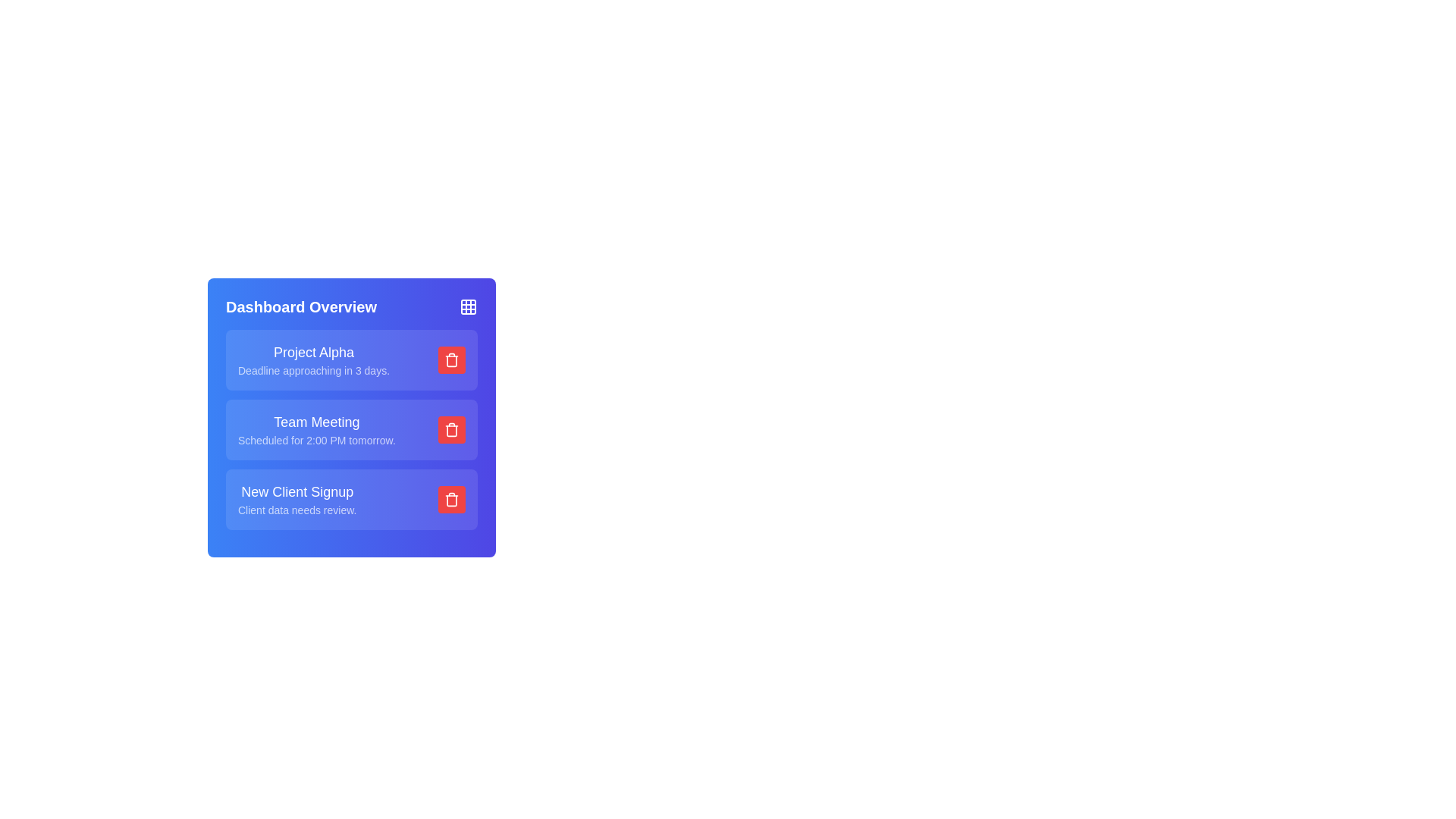 The width and height of the screenshot is (1456, 819). I want to click on the delete button for the 'Project Alpha' task located below the 'Dashboard Overview' heading, so click(450, 359).